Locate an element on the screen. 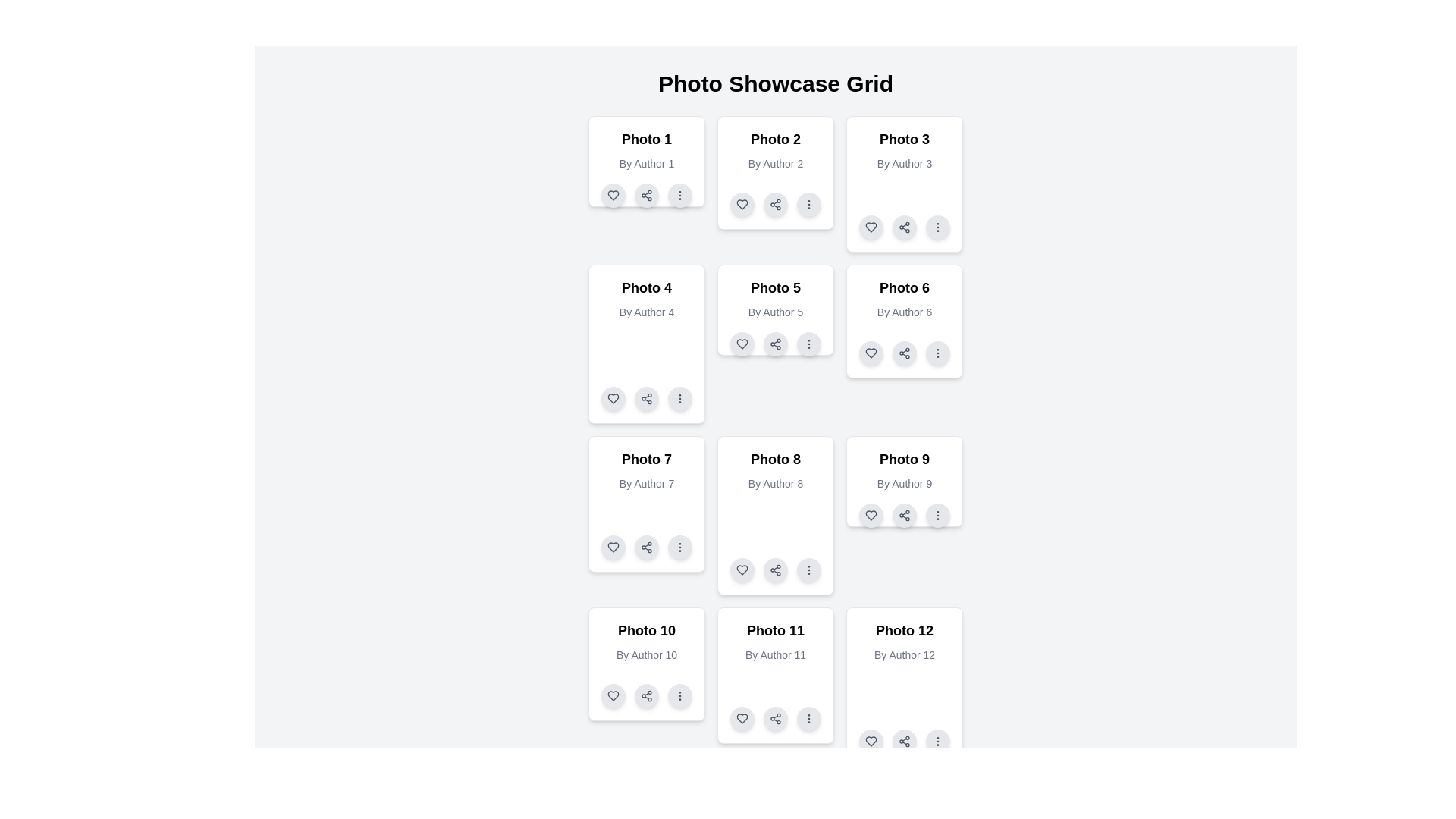 This screenshot has width=1456, height=819. the heart-shaped icon button located at the bottom left corner of the 'Photo 11' card by 'Author 11' is located at coordinates (742, 718).